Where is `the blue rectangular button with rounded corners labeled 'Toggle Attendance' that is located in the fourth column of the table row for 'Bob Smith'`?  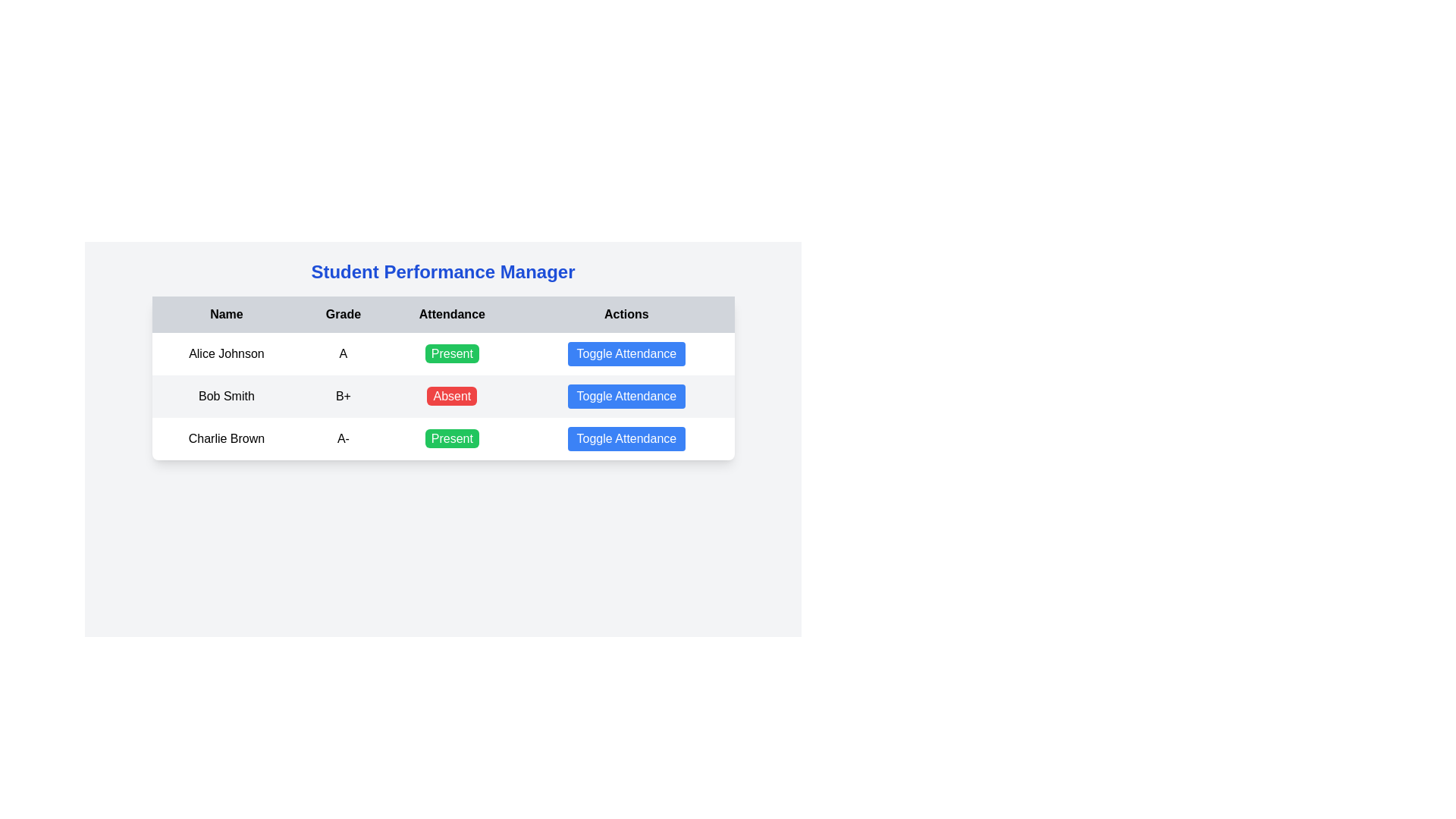 the blue rectangular button with rounded corners labeled 'Toggle Attendance' that is located in the fourth column of the table row for 'Bob Smith' is located at coordinates (626, 396).